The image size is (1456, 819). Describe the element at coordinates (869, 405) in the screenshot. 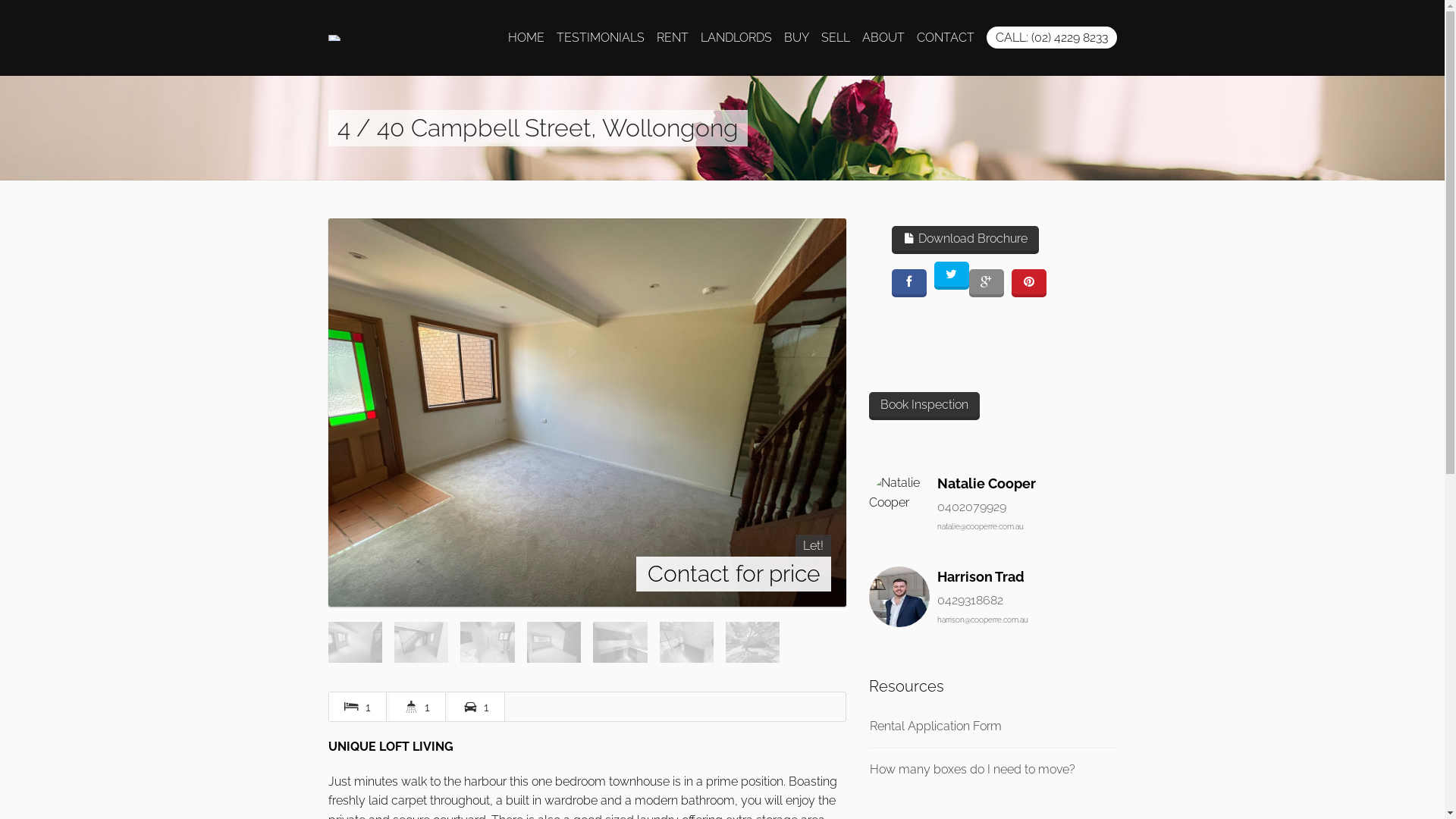

I see `'Book Inspection'` at that location.